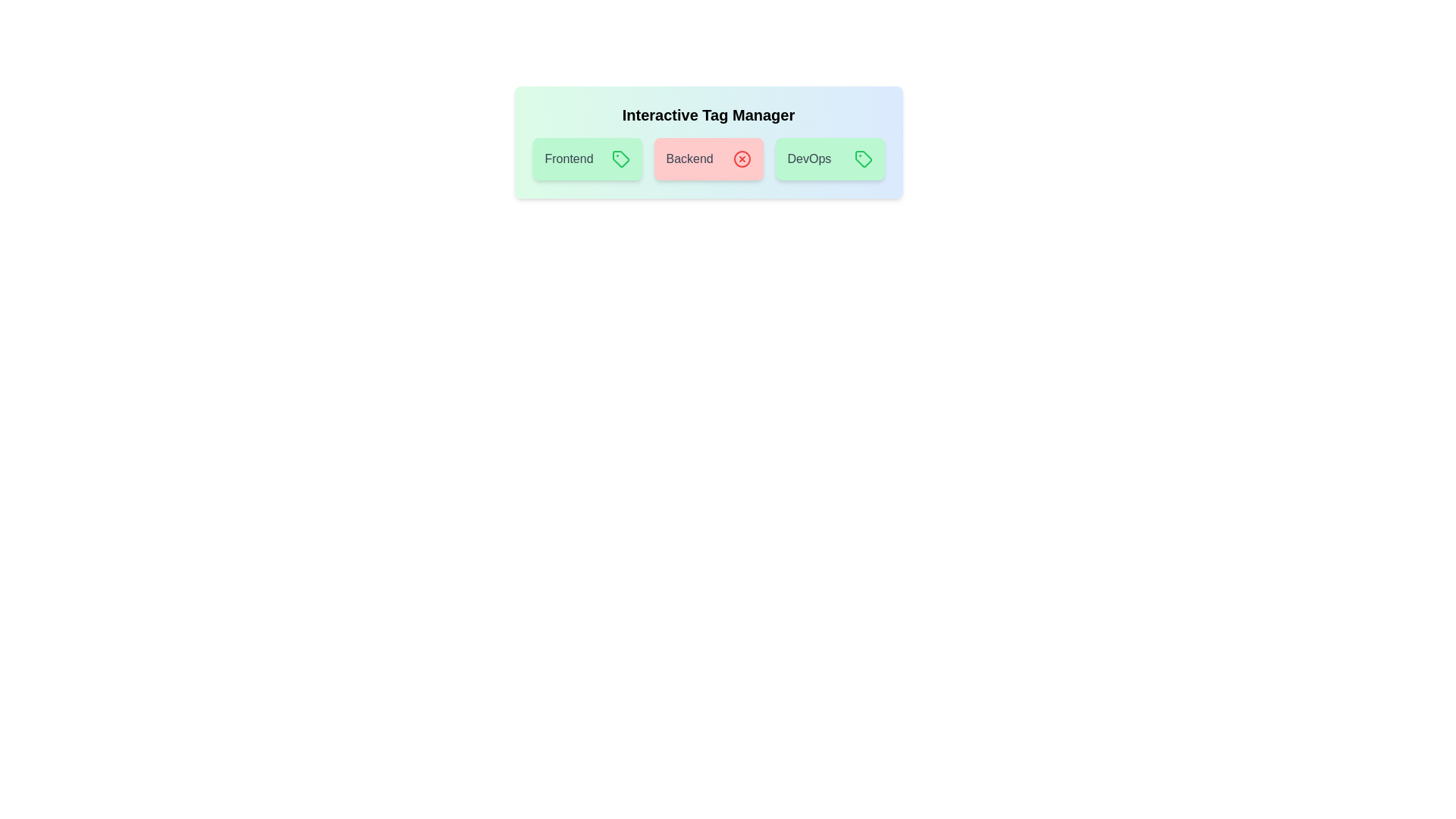 This screenshot has width=1456, height=819. I want to click on the 'Backend' tag to toggle its activation state, so click(708, 158).